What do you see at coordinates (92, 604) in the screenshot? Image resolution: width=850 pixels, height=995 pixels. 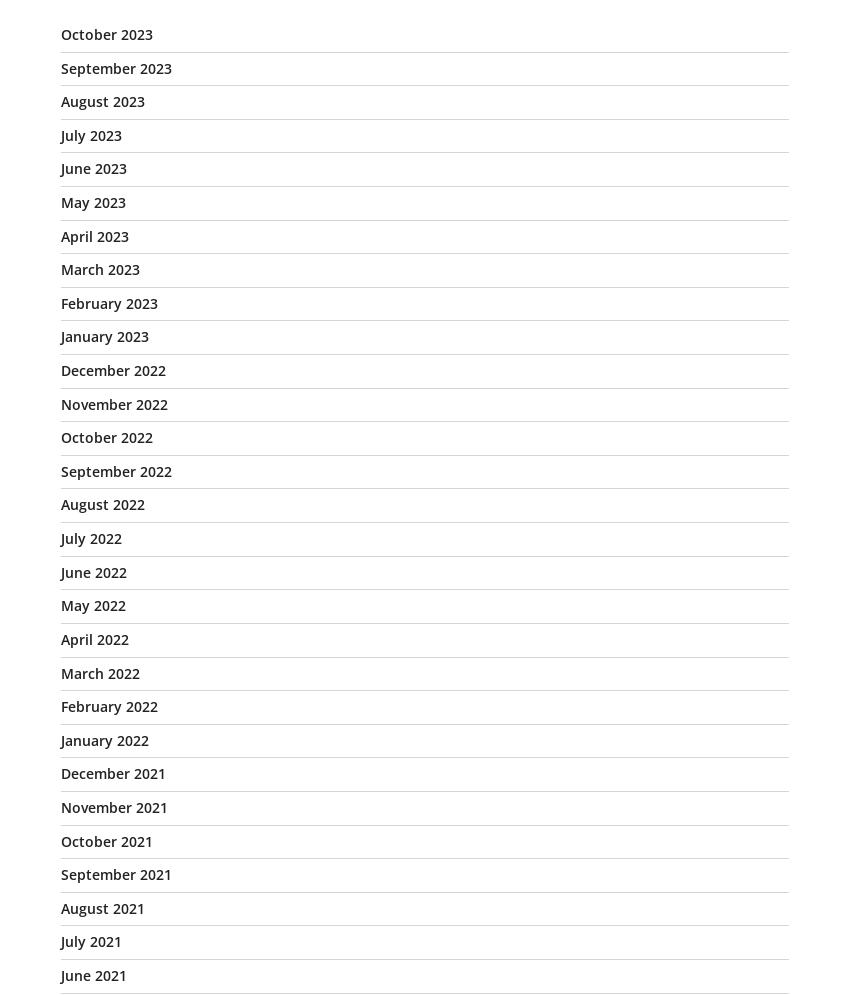 I see `'May 2022'` at bounding box center [92, 604].